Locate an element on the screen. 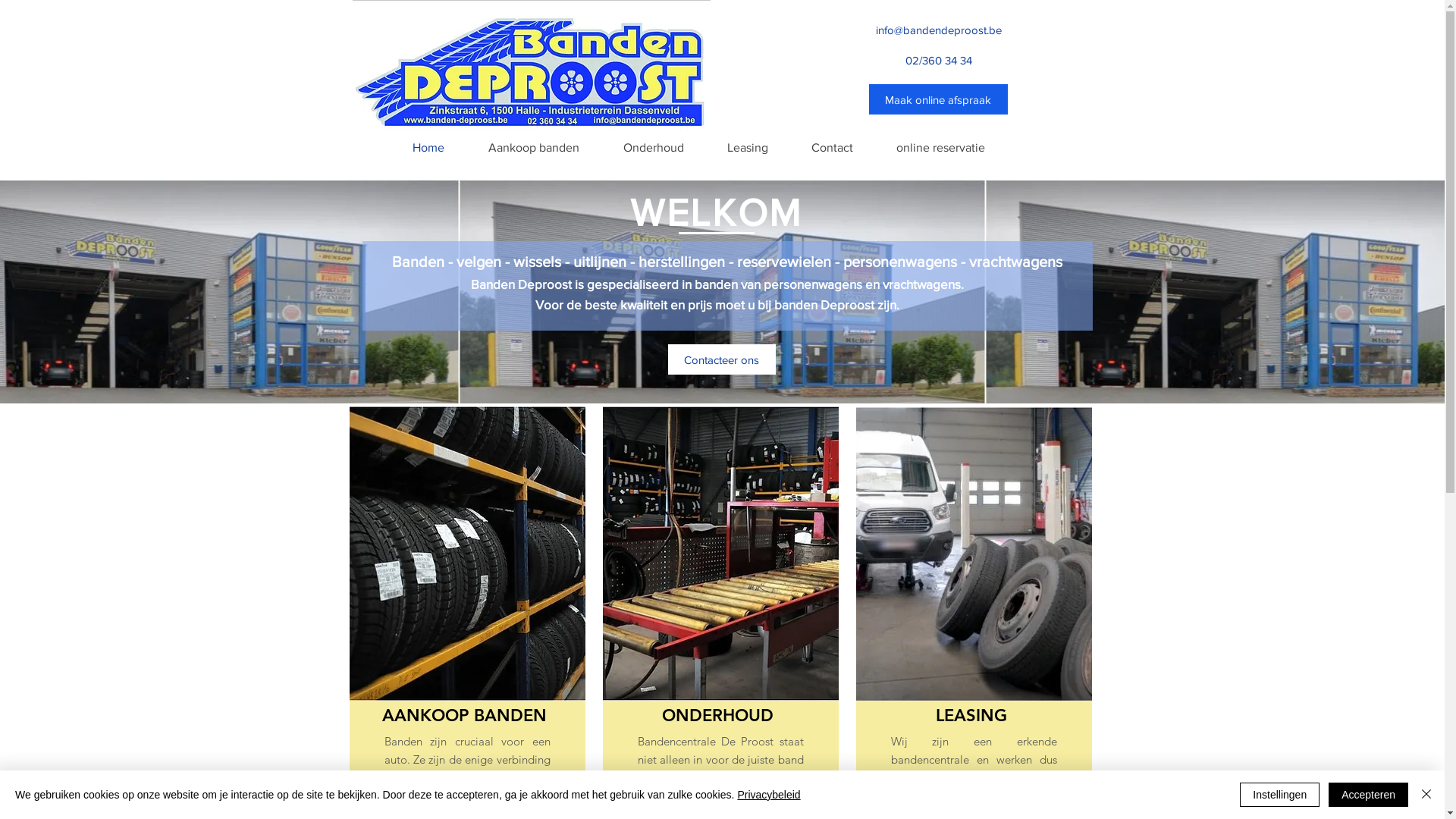 The height and width of the screenshot is (819, 1456). 'Privacybeleid' is located at coordinates (768, 794).